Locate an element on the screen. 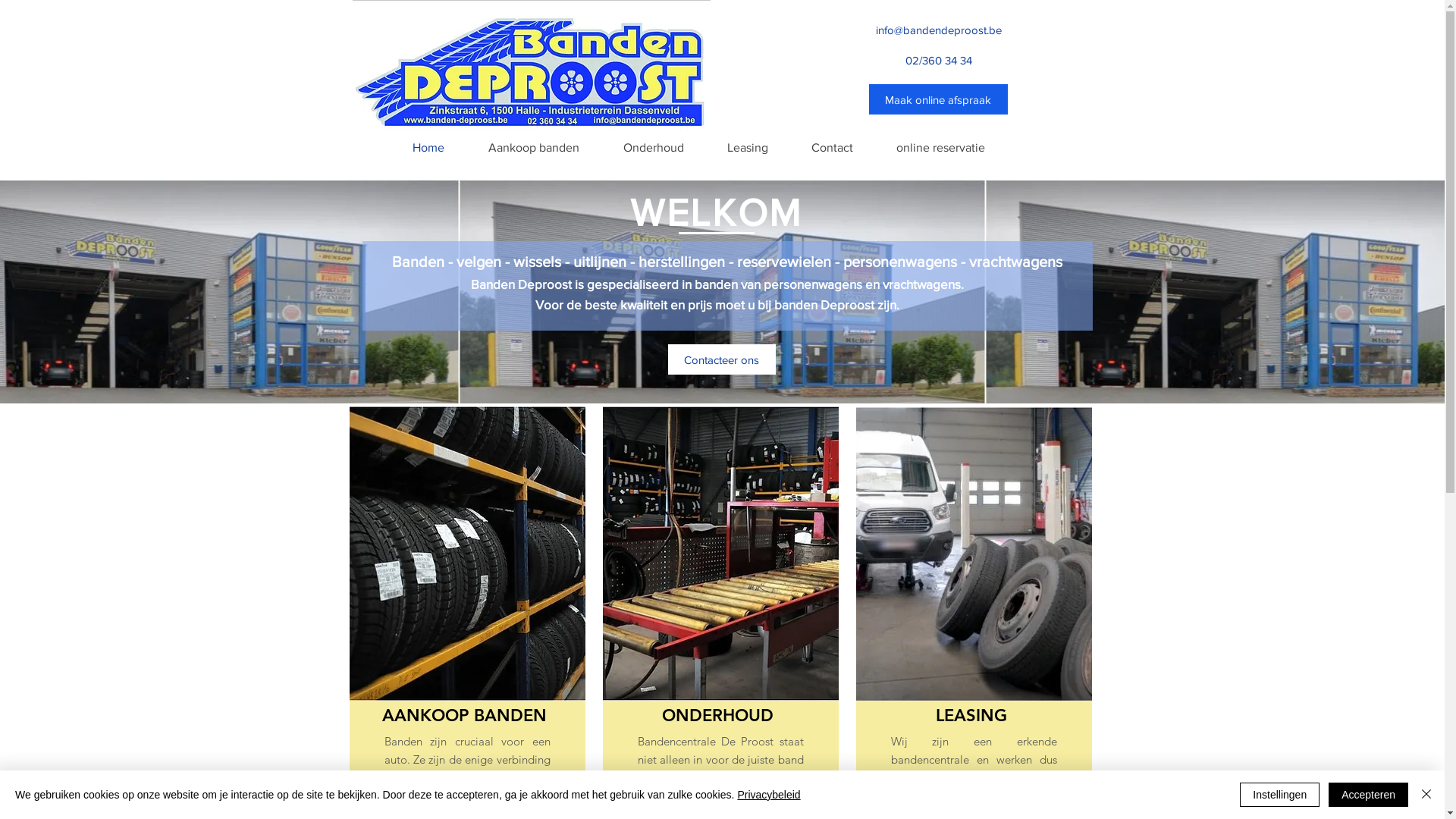 The height and width of the screenshot is (819, 1456). 'Privacybeleid' is located at coordinates (768, 794).